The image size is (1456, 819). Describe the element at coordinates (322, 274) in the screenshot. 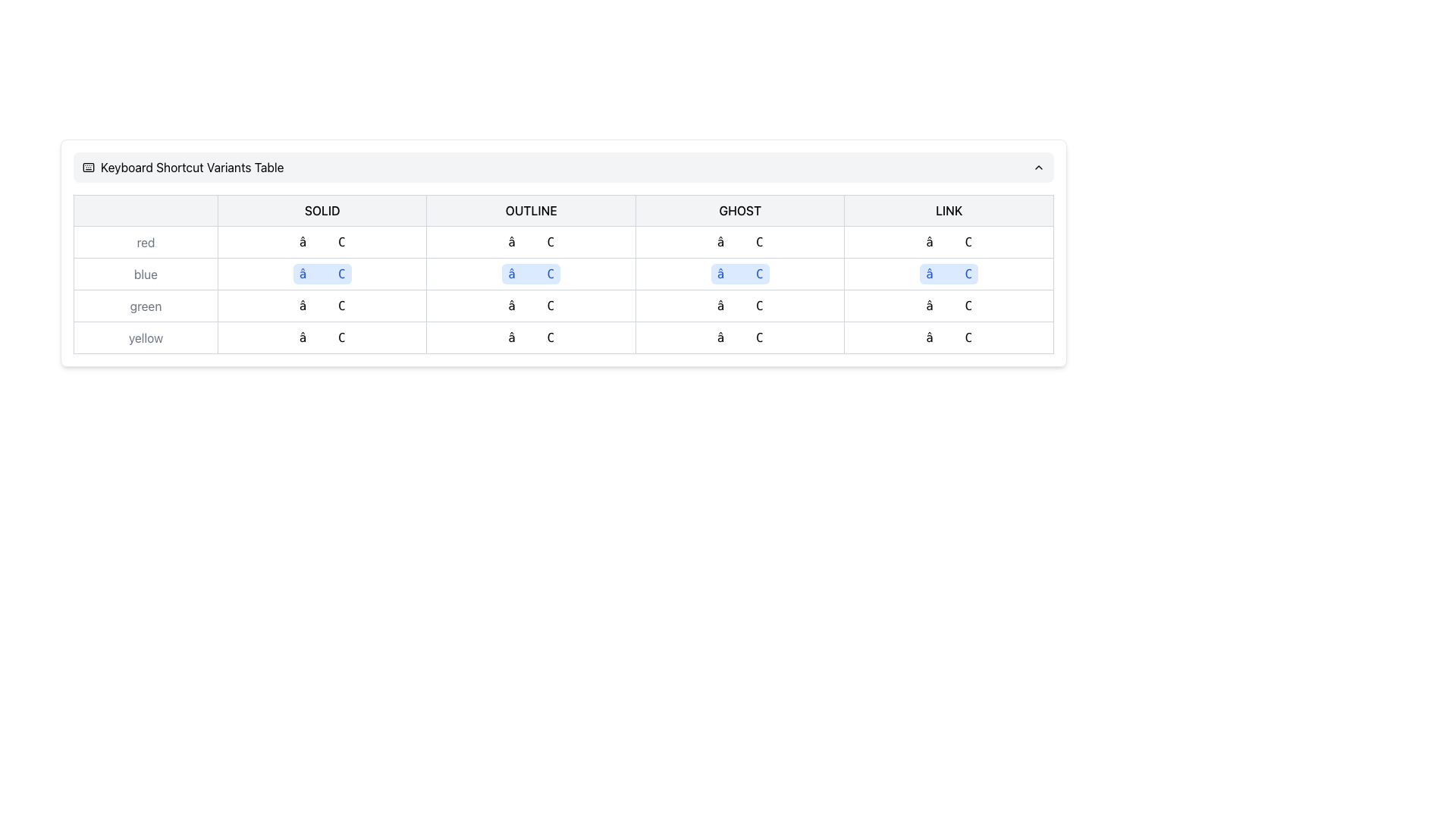

I see `the 'COPY' action button-like visual representation, which is symbolized by '⌘ C' and located in the second row labeled 'blue' and the first column labeled 'SOLID' in the table` at that location.